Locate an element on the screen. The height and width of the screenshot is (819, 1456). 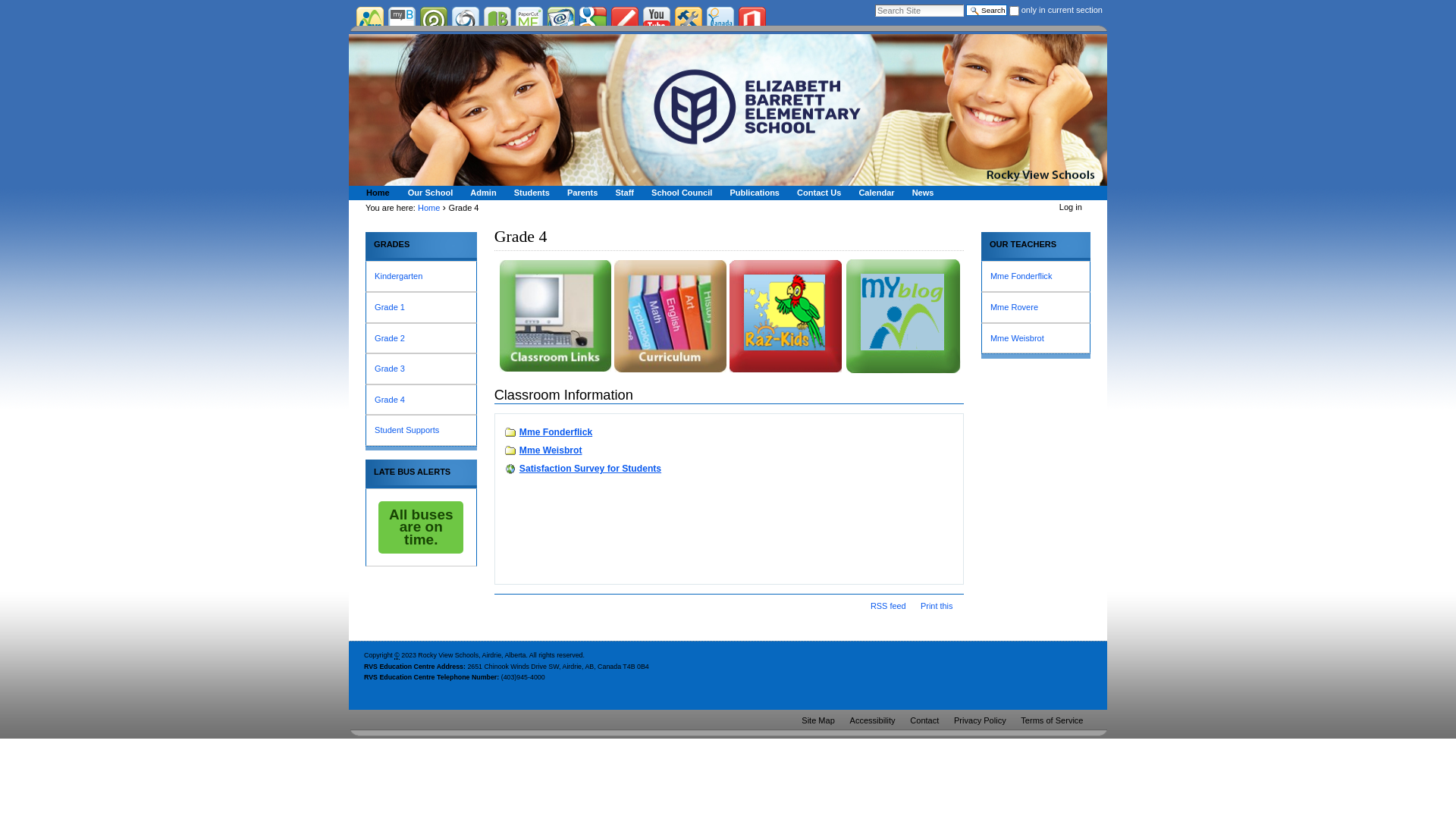
'Our School' is located at coordinates (427, 192).